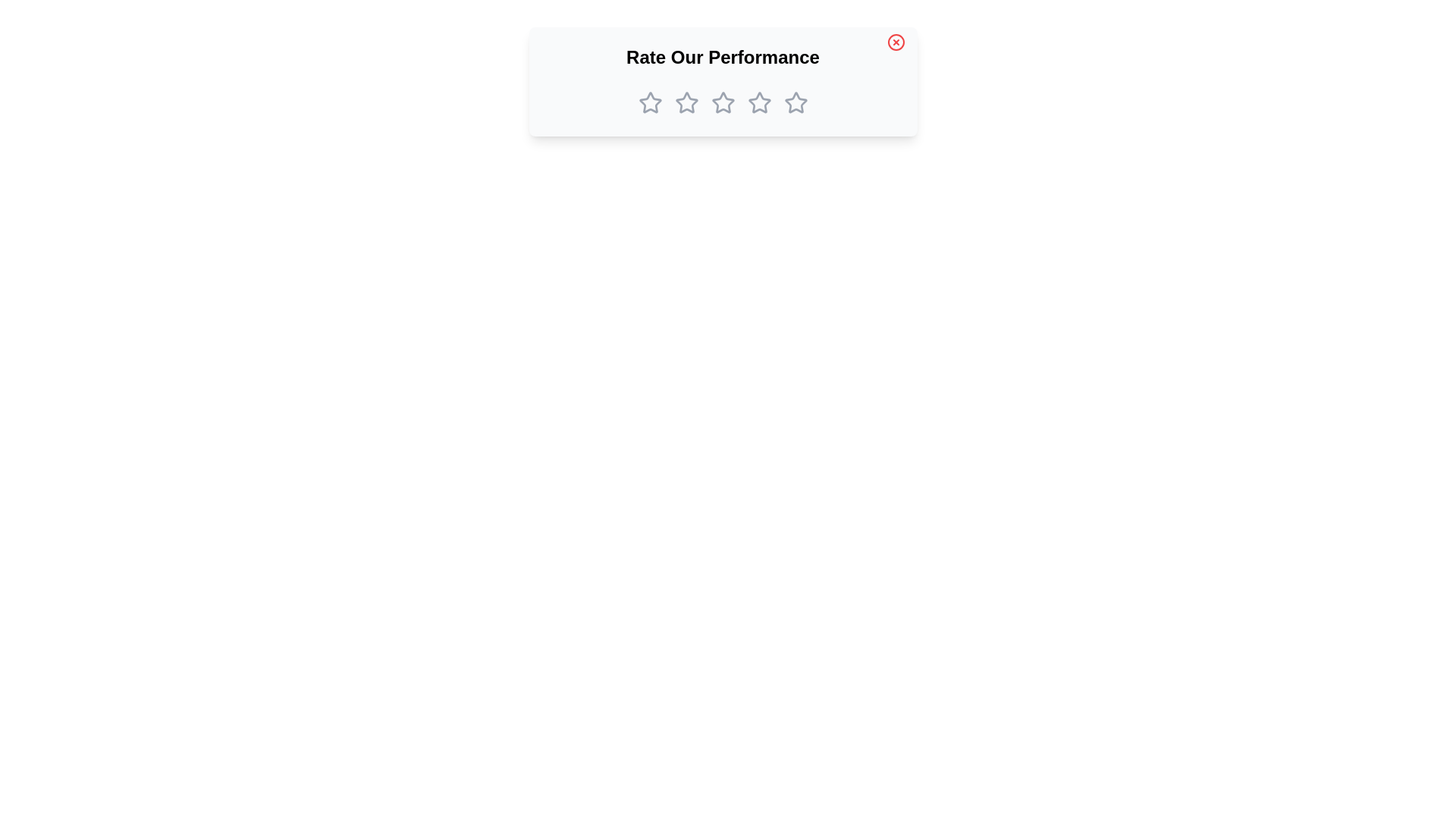  What do you see at coordinates (650, 102) in the screenshot?
I see `the star corresponding to the desired rating 1` at bounding box center [650, 102].